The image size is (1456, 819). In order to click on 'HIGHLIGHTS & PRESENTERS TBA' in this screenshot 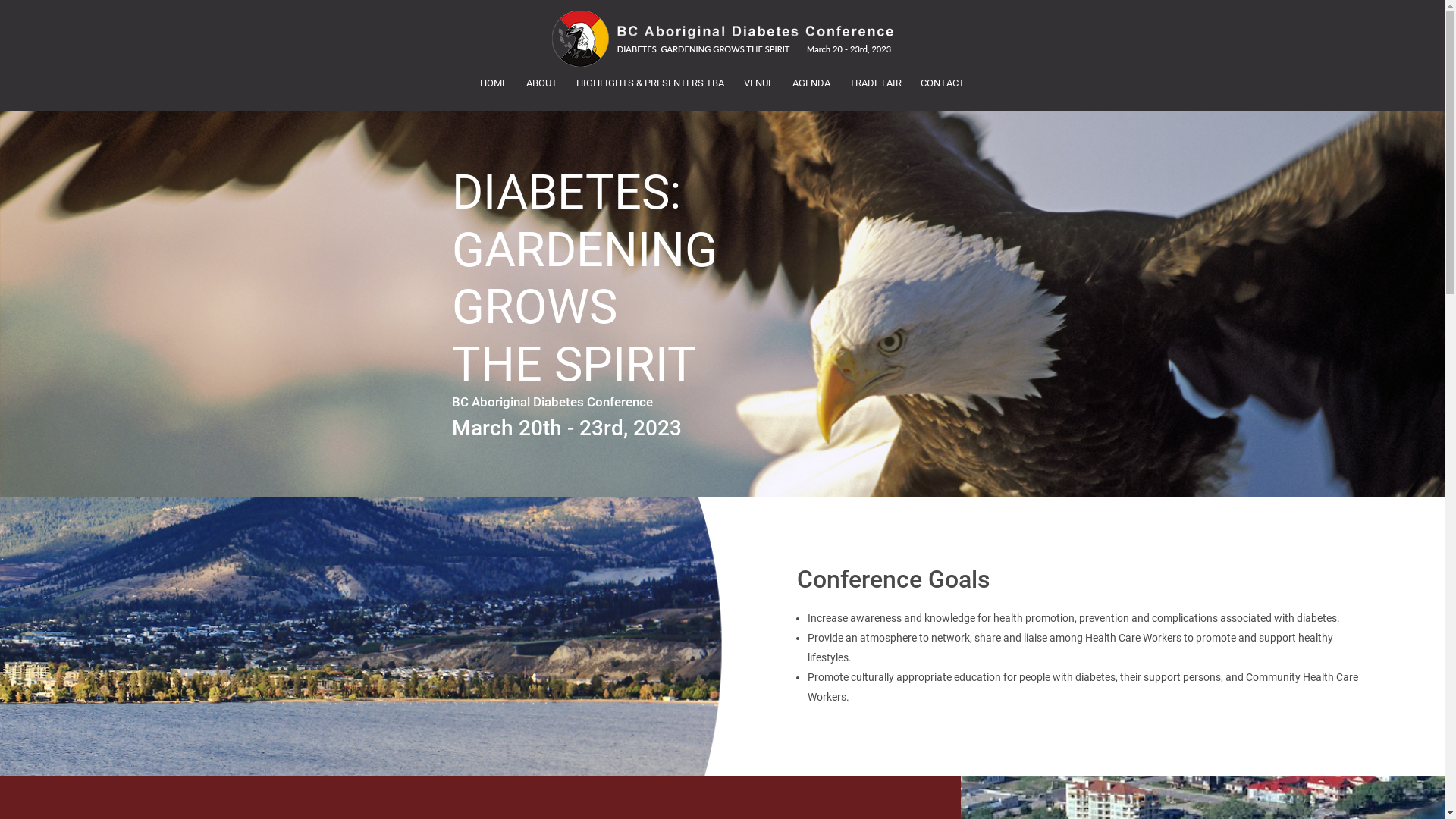, I will do `click(651, 83)`.